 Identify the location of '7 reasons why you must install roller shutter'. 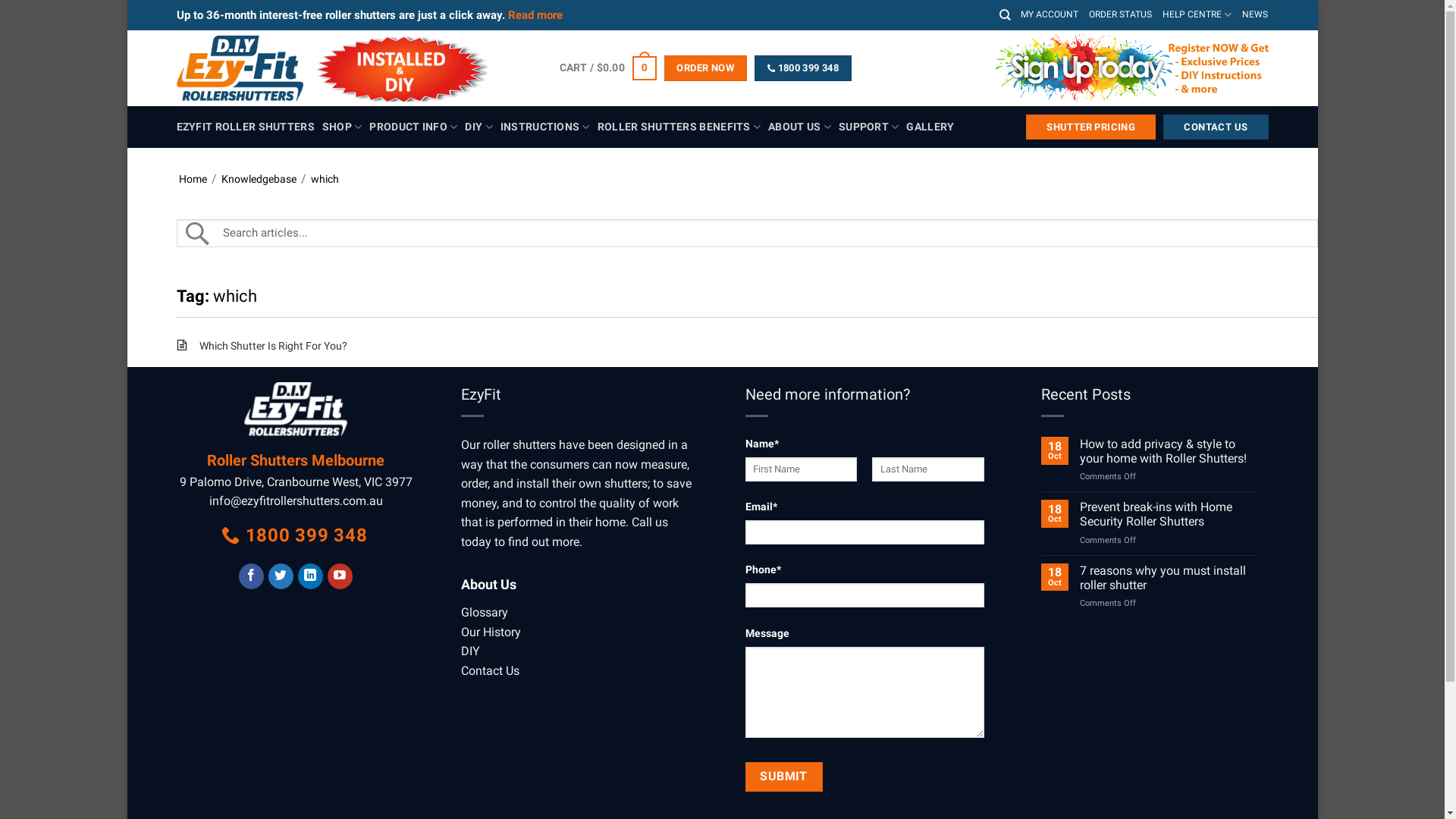
(1167, 578).